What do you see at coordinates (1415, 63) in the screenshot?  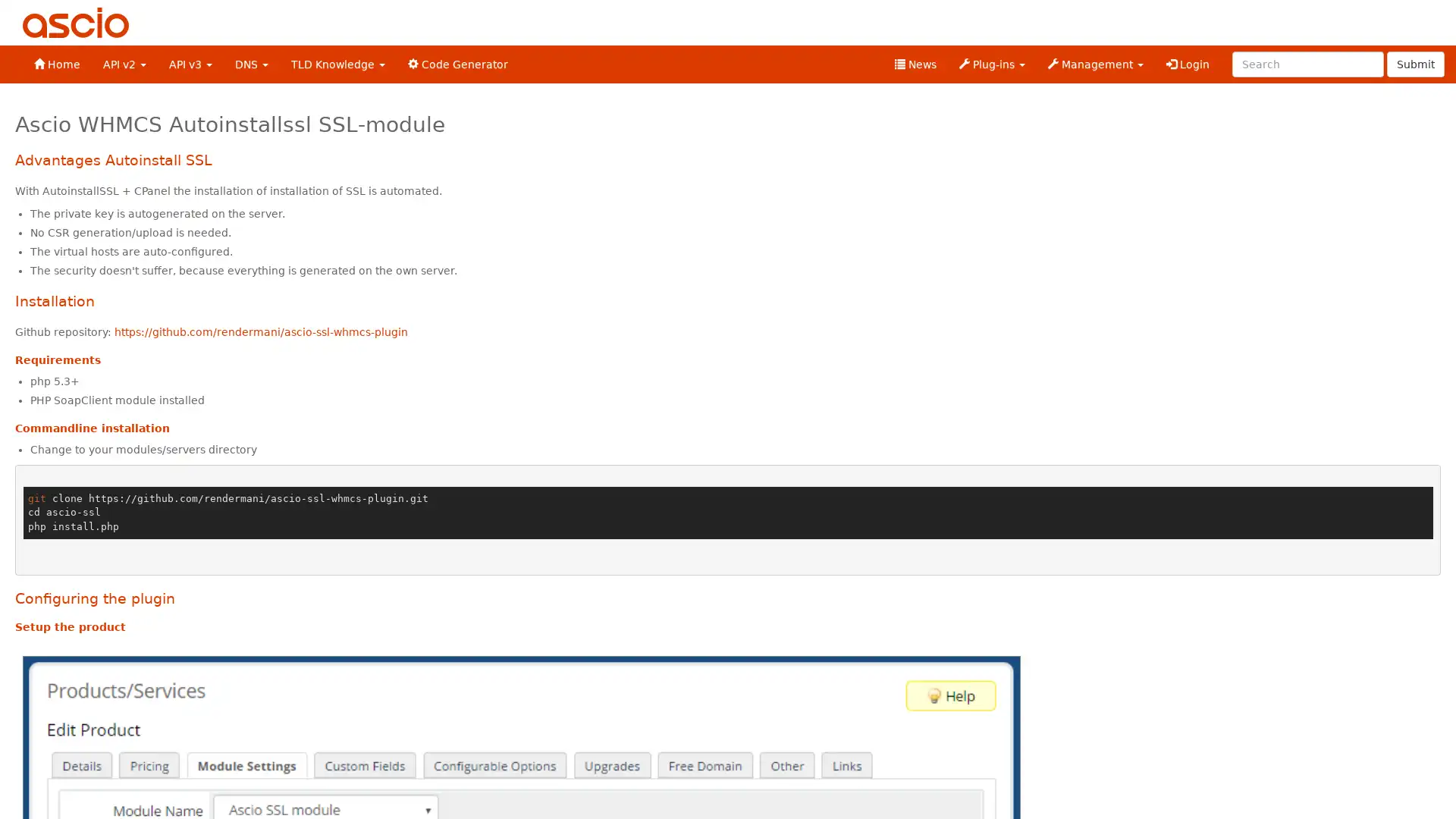 I see `Submit` at bounding box center [1415, 63].